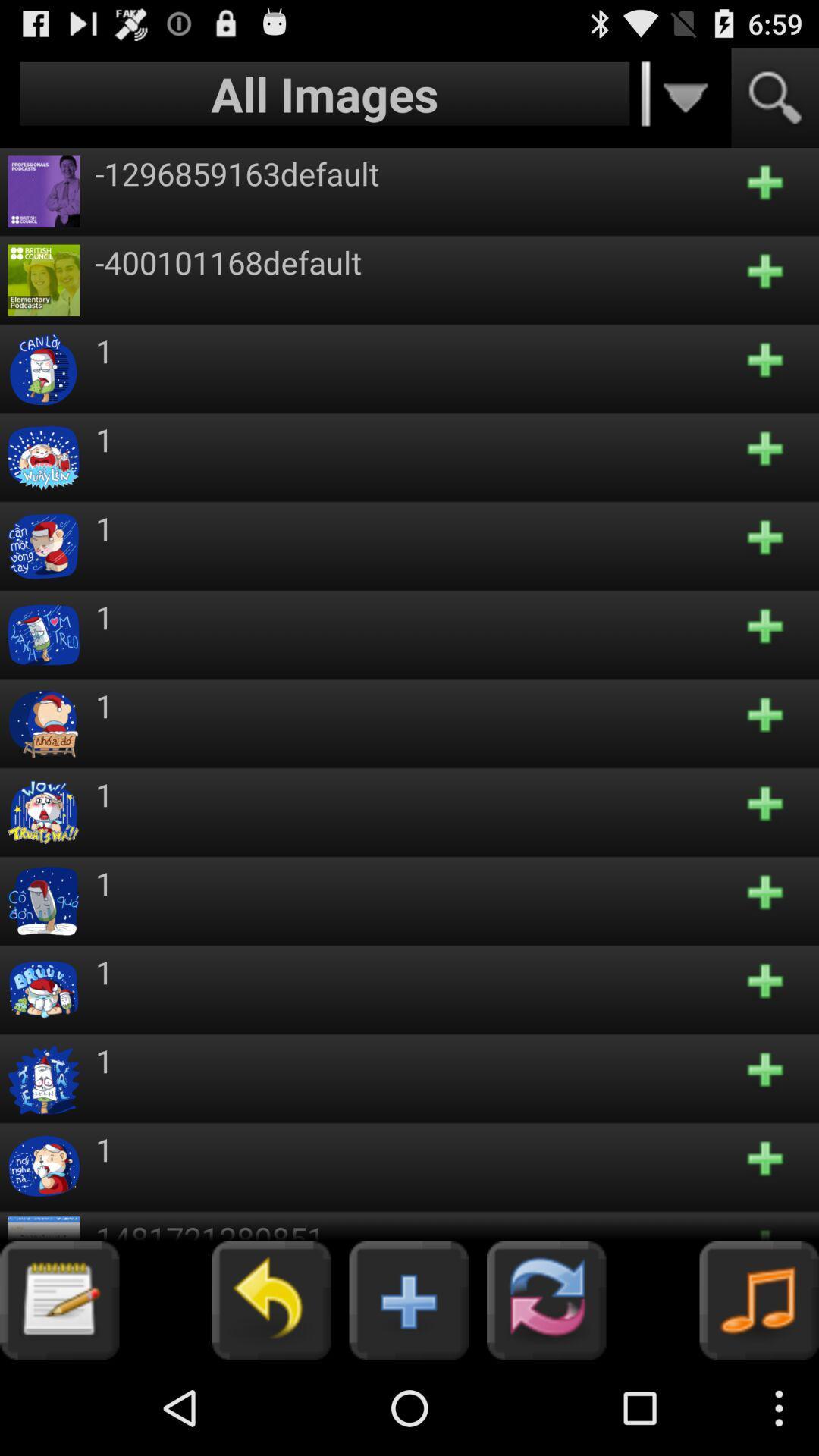  I want to click on the reply icon, so click(270, 1392).